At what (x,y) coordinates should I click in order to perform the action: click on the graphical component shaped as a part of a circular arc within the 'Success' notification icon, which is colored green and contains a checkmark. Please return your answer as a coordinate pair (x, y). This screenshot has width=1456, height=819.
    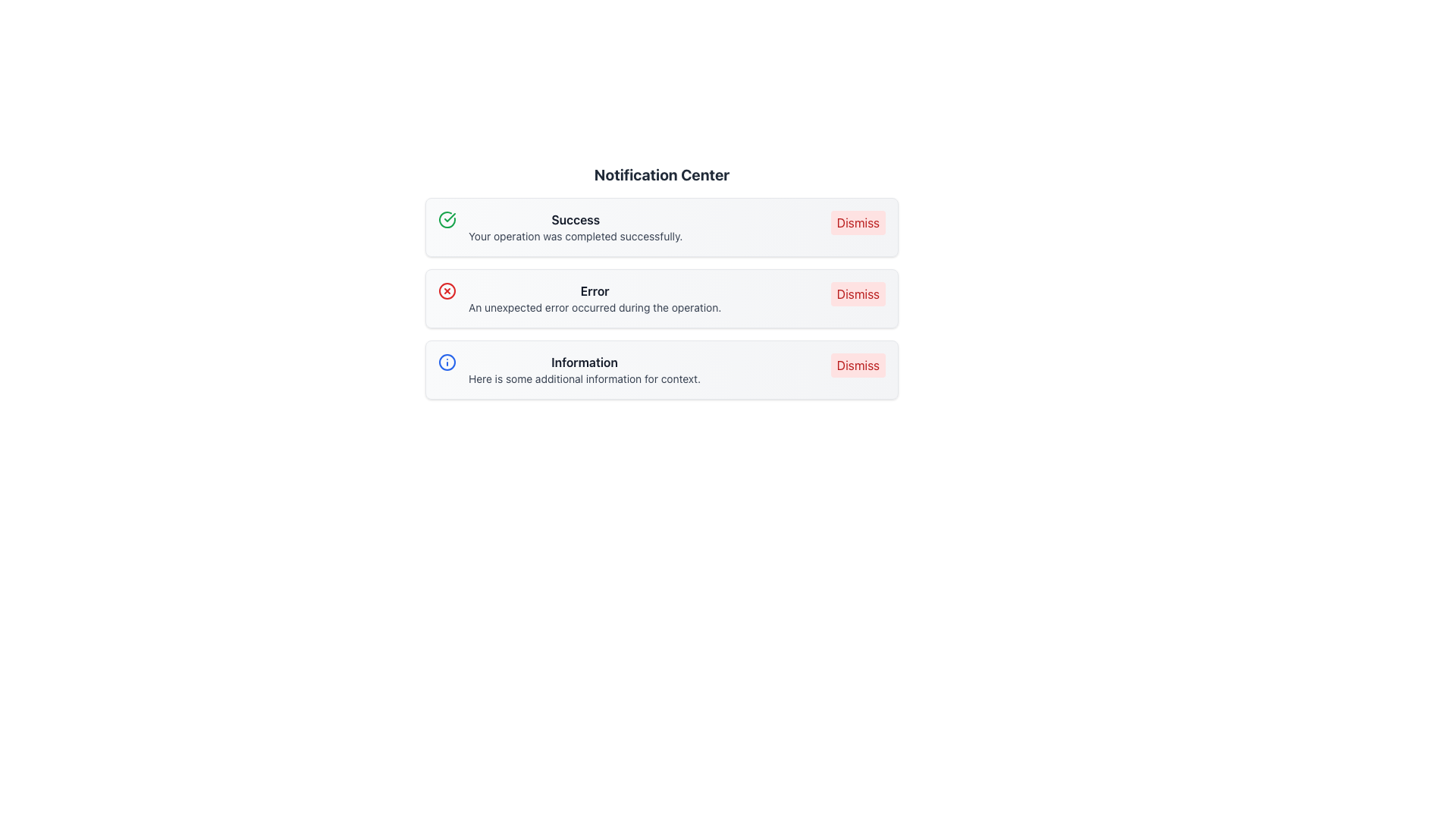
    Looking at the image, I should click on (447, 219).